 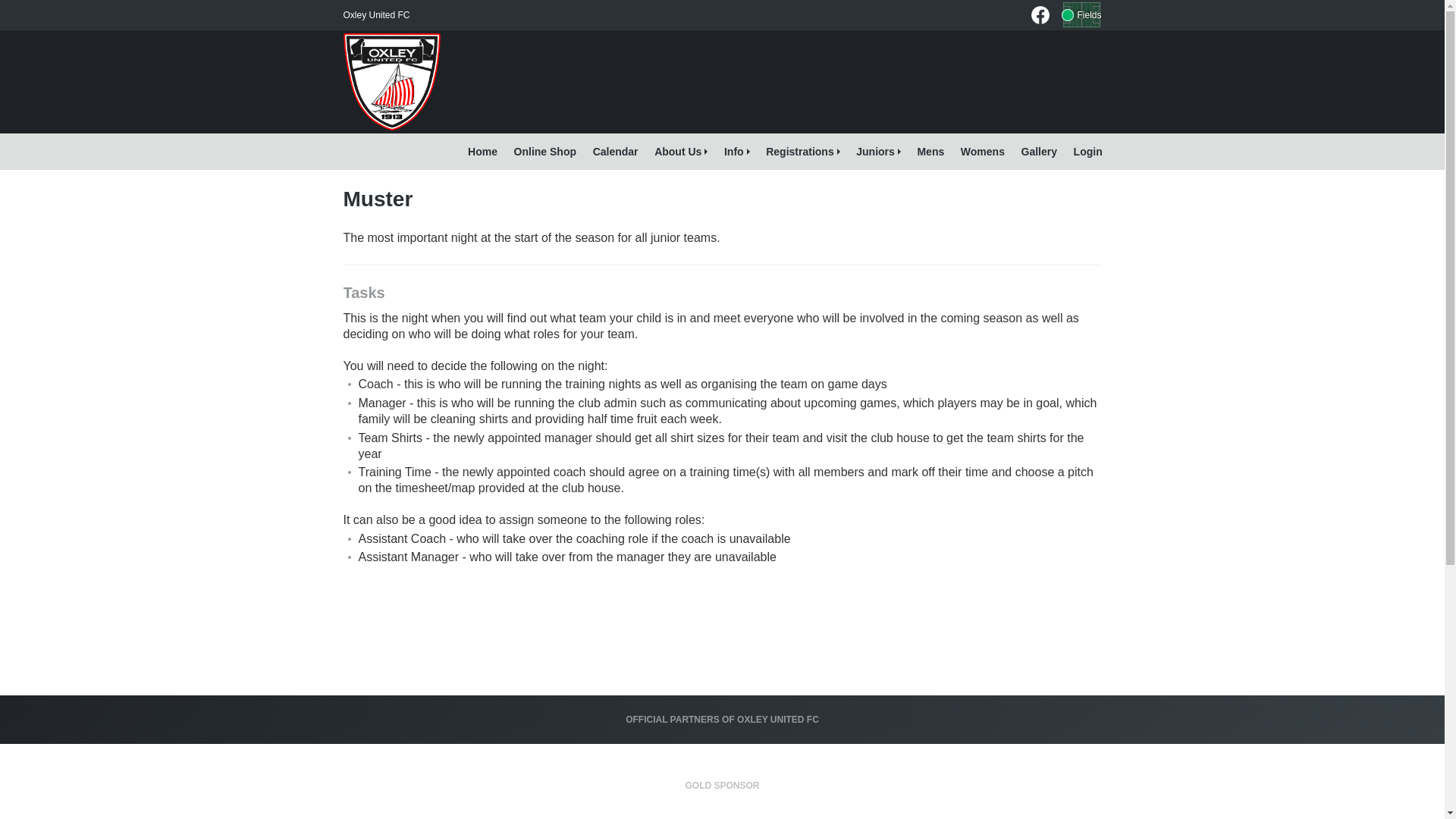 What do you see at coordinates (909, 152) in the screenshot?
I see `'Mens'` at bounding box center [909, 152].